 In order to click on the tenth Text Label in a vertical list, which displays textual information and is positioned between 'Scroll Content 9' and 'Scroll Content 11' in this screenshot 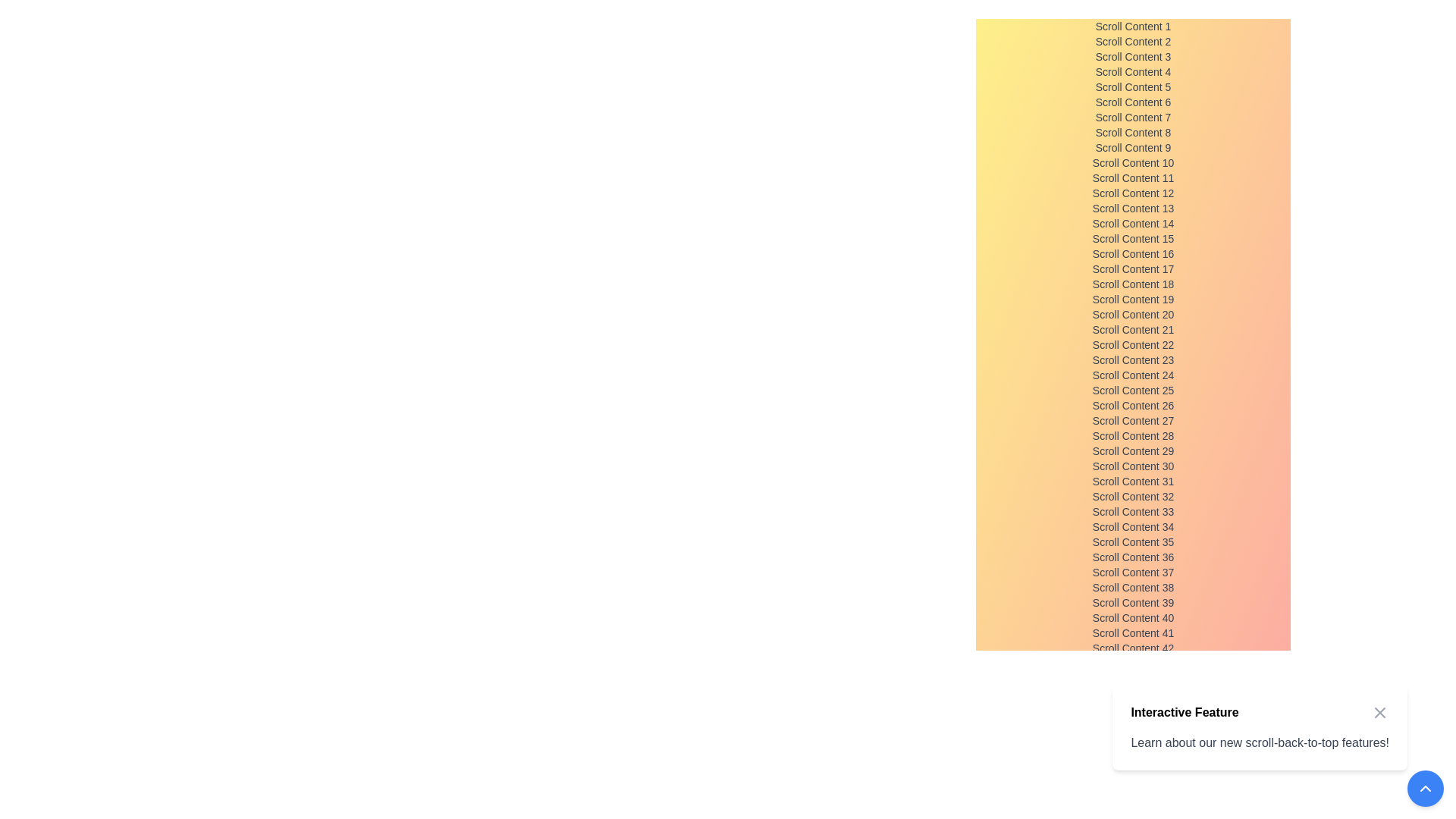, I will do `click(1133, 163)`.